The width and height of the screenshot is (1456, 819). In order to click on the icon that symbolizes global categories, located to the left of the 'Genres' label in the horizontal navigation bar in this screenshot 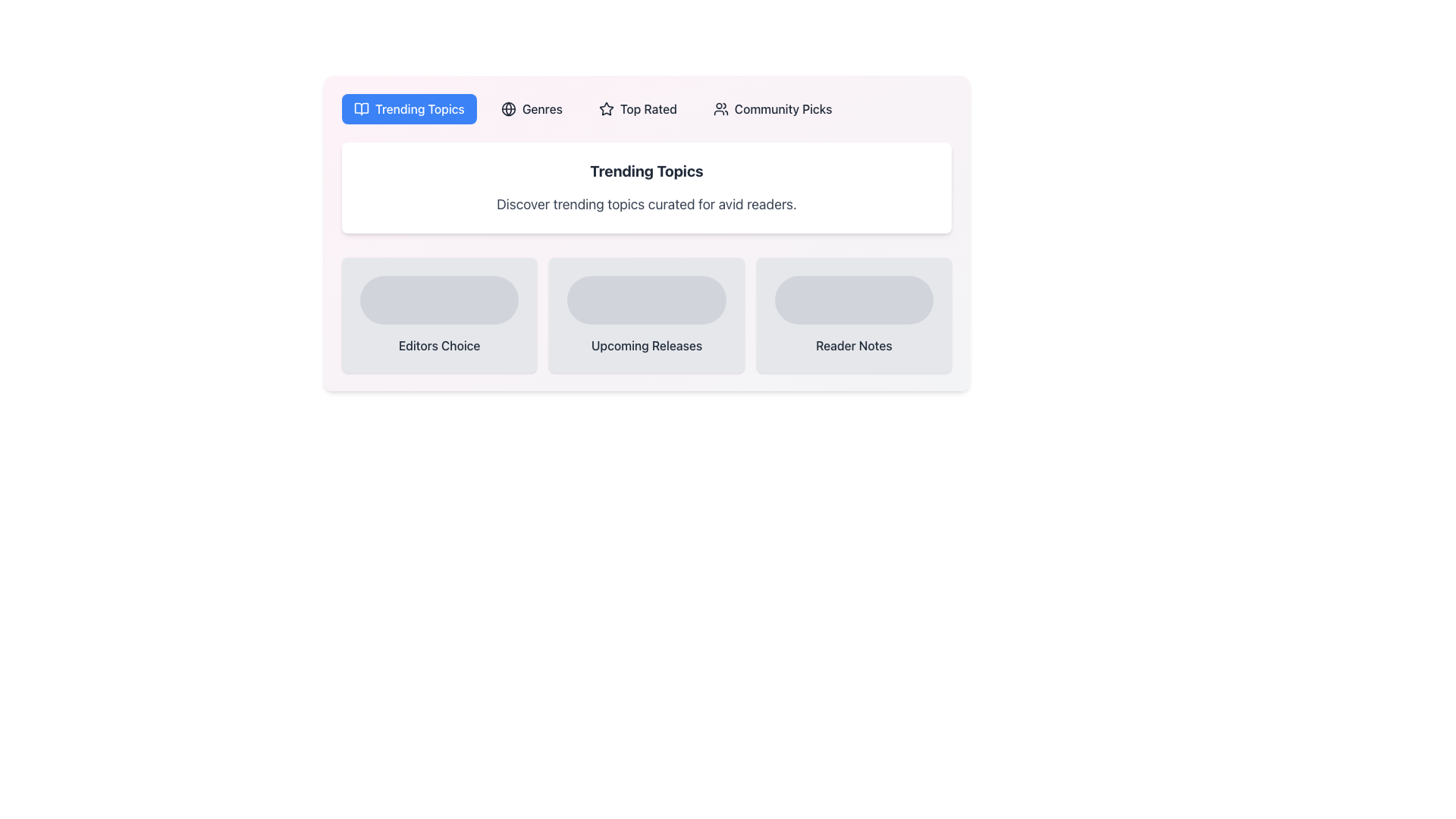, I will do `click(508, 108)`.